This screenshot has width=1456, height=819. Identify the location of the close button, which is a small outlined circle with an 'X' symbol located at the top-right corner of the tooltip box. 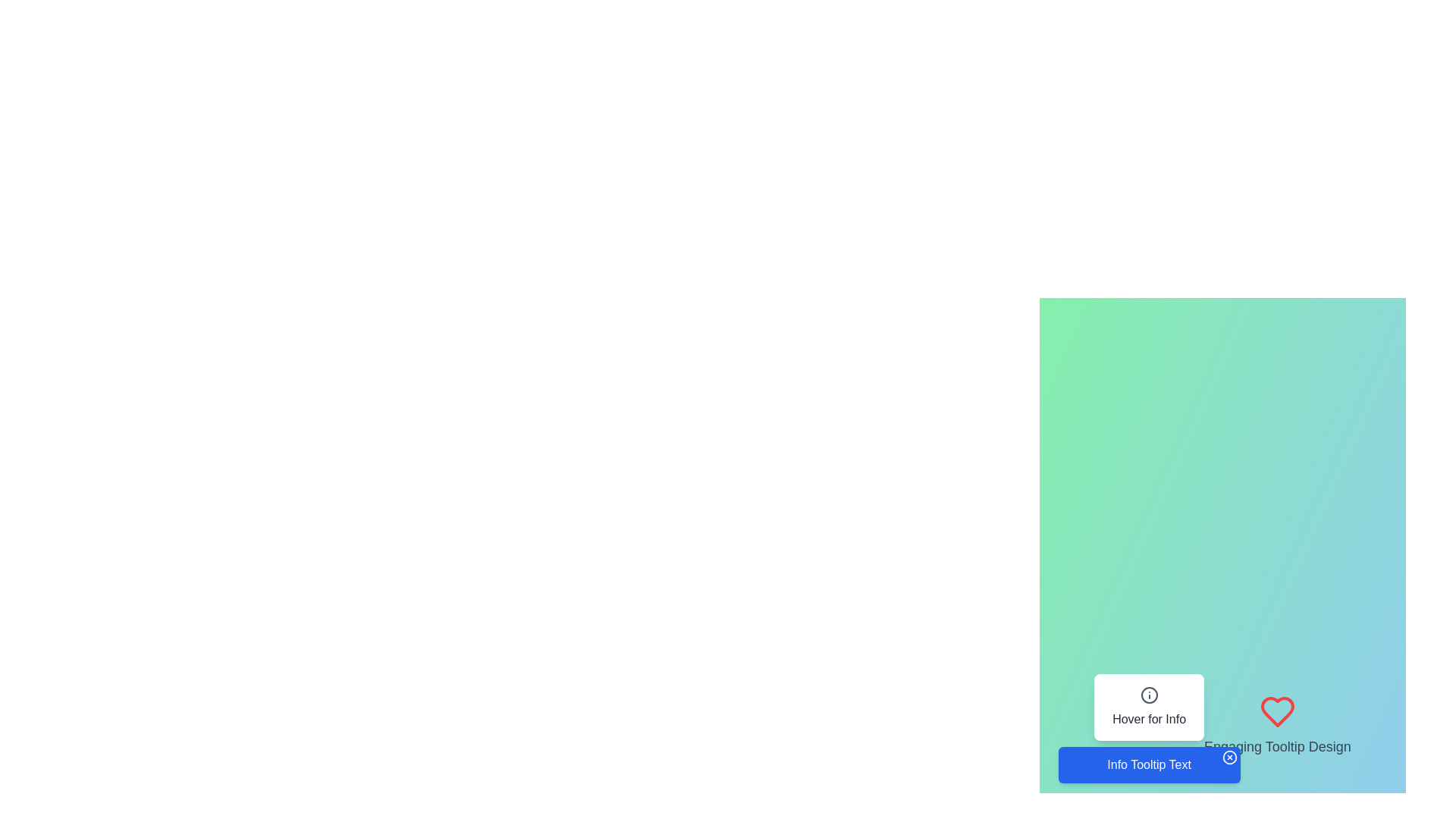
(1229, 758).